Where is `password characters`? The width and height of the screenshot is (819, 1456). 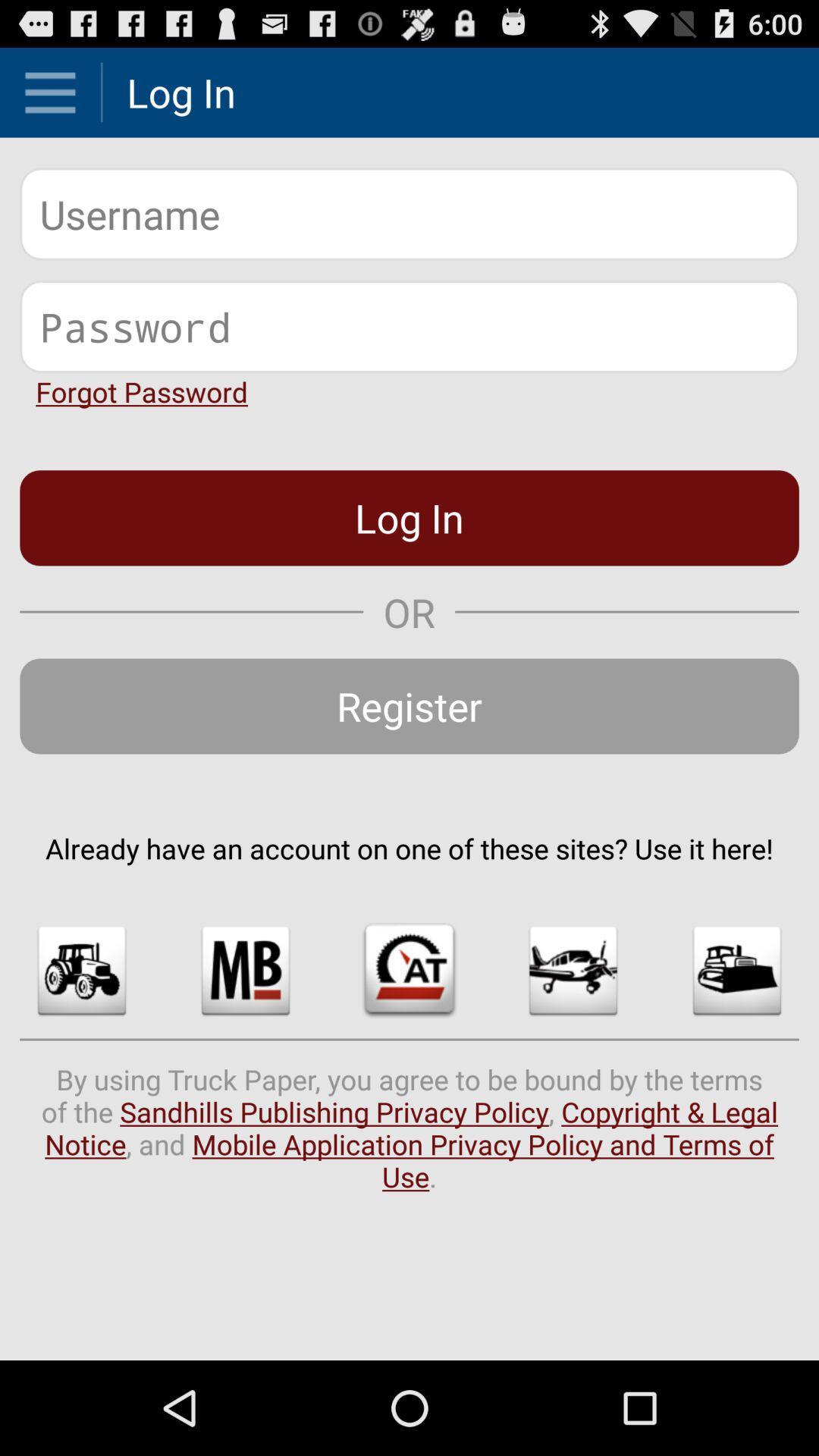 password characters is located at coordinates (409, 325).